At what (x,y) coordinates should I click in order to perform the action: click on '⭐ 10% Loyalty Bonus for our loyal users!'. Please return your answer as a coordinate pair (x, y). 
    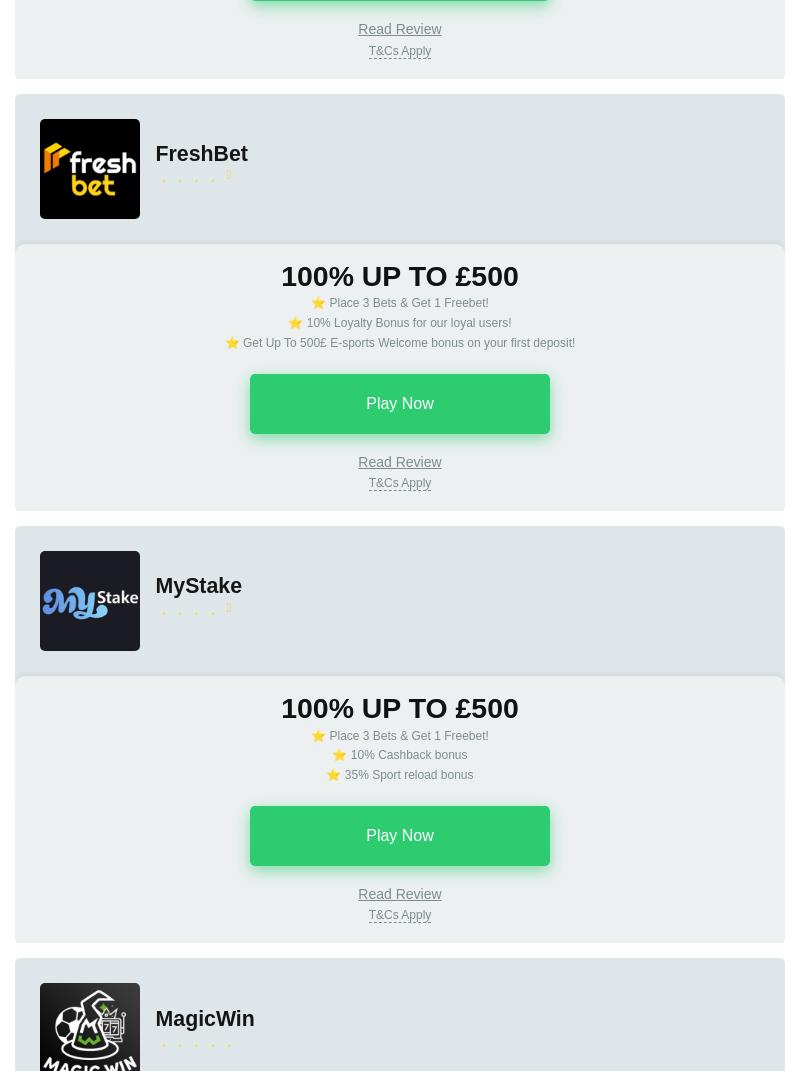
    Looking at the image, I should click on (398, 321).